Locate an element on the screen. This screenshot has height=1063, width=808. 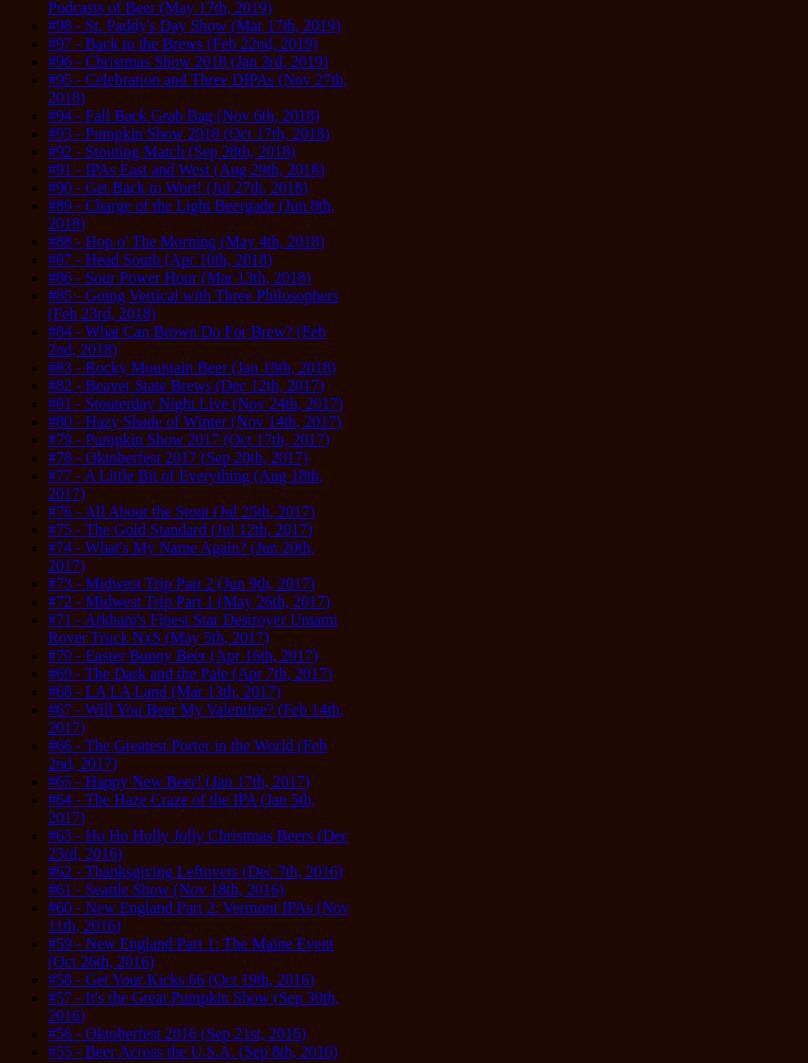
'#73 - Midwest Trip Part 2 (Jun 9th, 2017)' is located at coordinates (47, 582).